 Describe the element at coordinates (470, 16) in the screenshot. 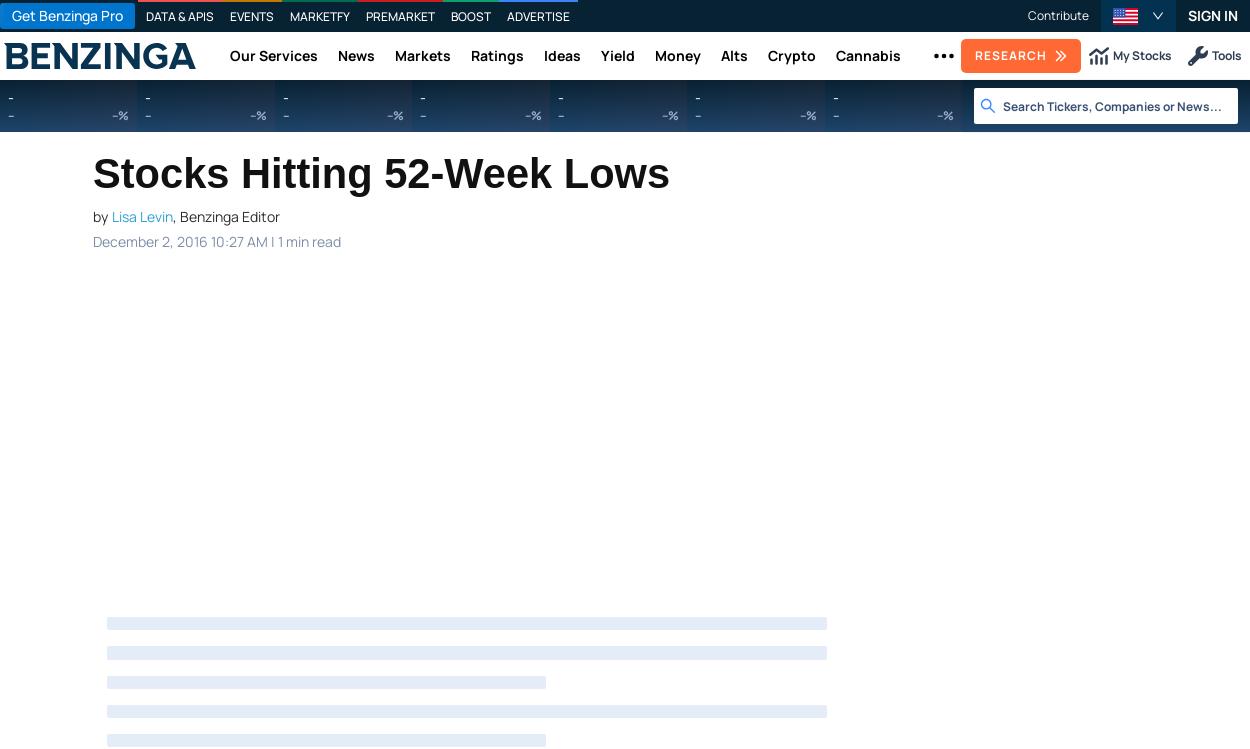

I see `'Boost'` at that location.